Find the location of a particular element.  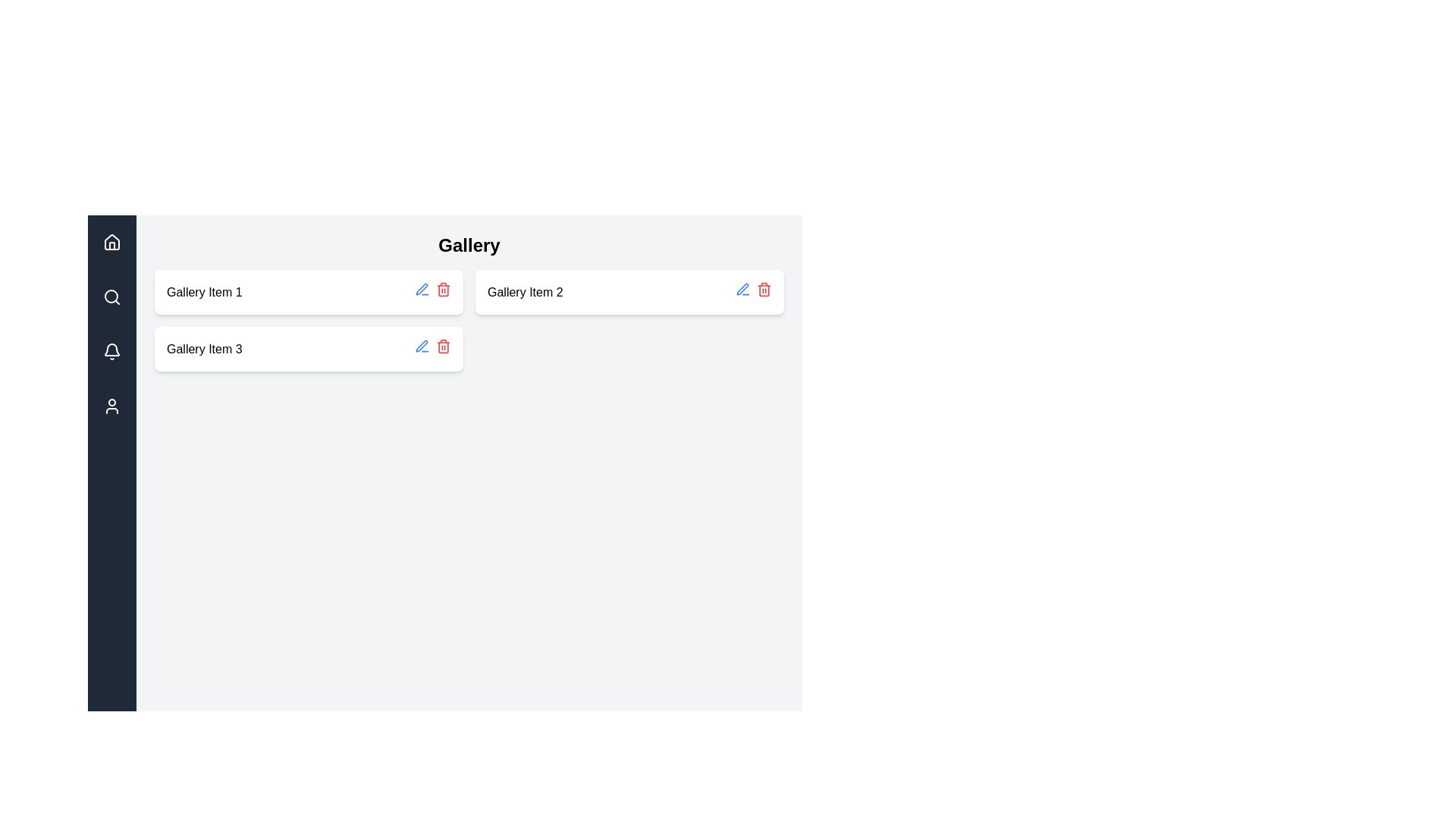

the icon button located to the right of the text 'Gallery Item 2' is located at coordinates (742, 289).